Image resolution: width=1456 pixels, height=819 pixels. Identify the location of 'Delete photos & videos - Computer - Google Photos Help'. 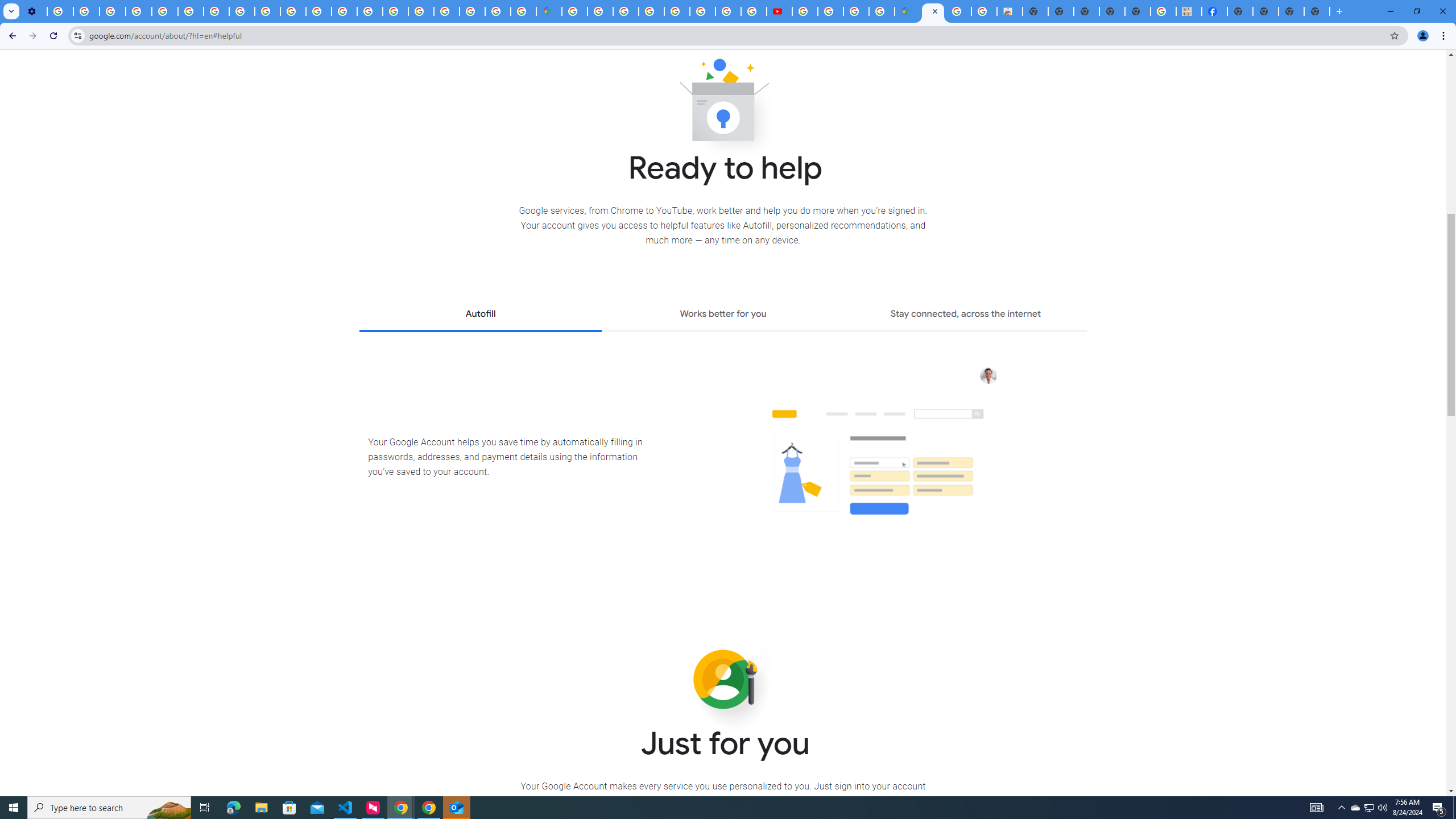
(60, 11).